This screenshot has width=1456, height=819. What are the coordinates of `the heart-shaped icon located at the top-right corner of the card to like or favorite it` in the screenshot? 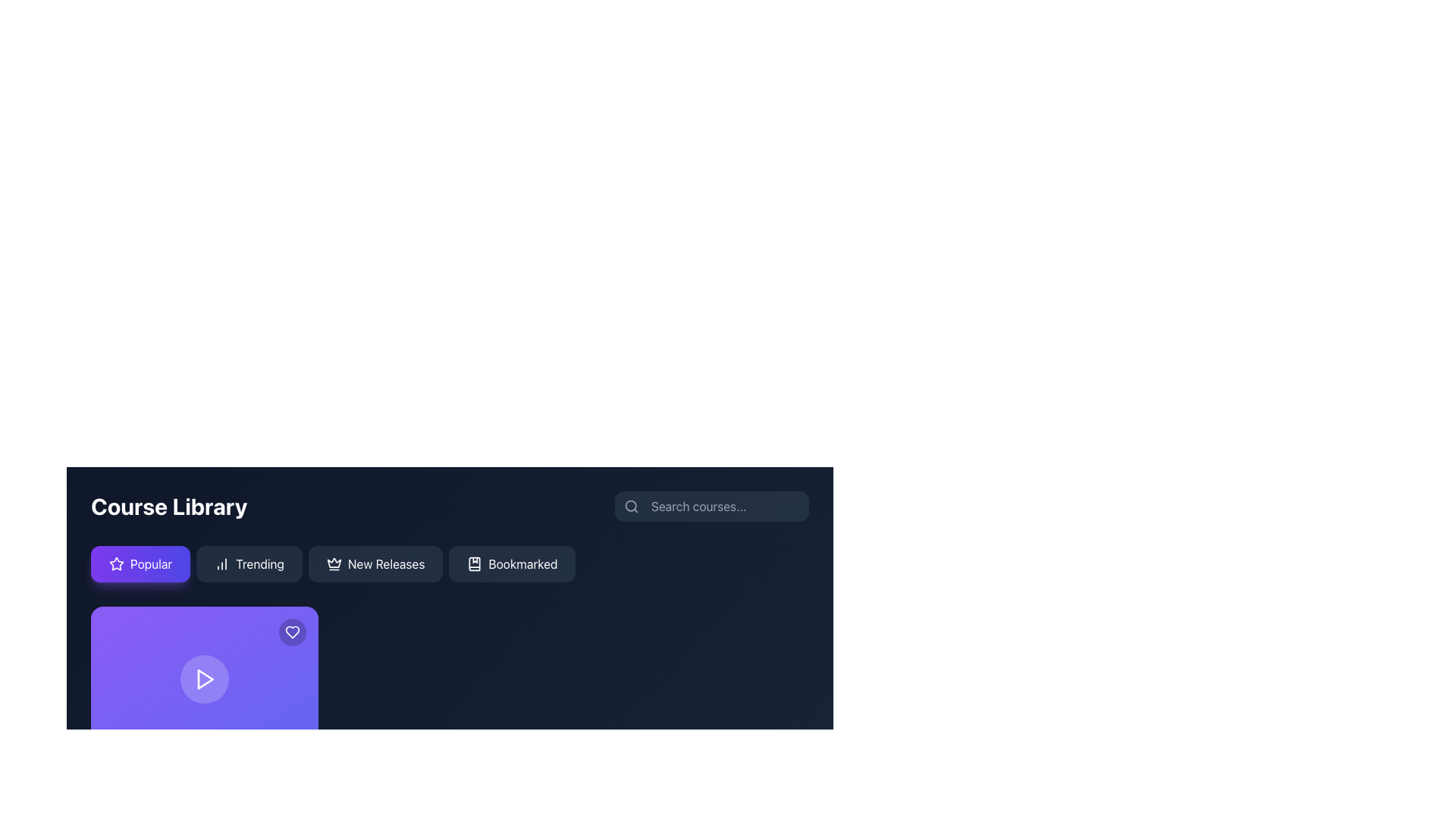 It's located at (292, 632).